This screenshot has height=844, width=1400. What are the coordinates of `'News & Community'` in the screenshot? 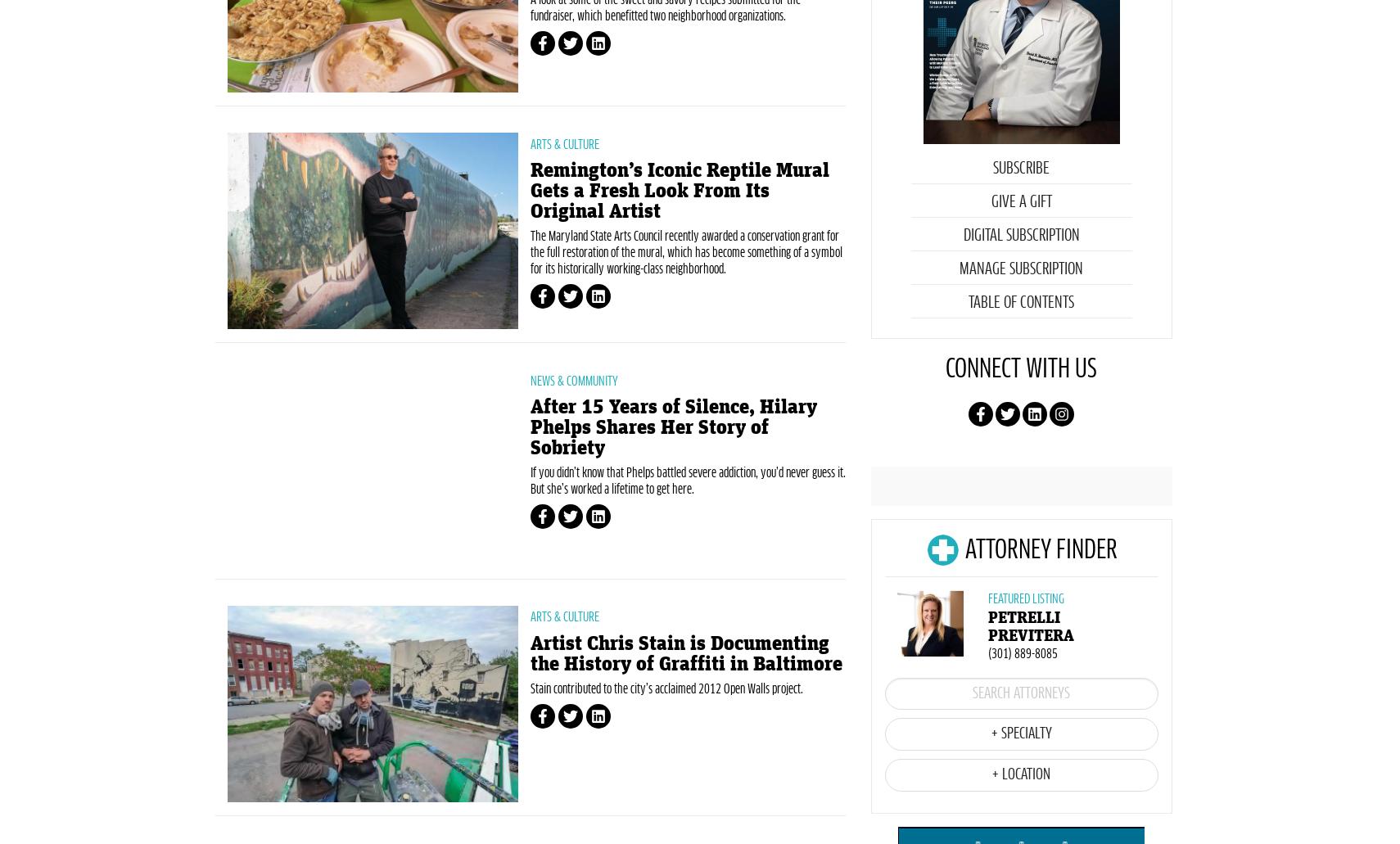 It's located at (573, 466).